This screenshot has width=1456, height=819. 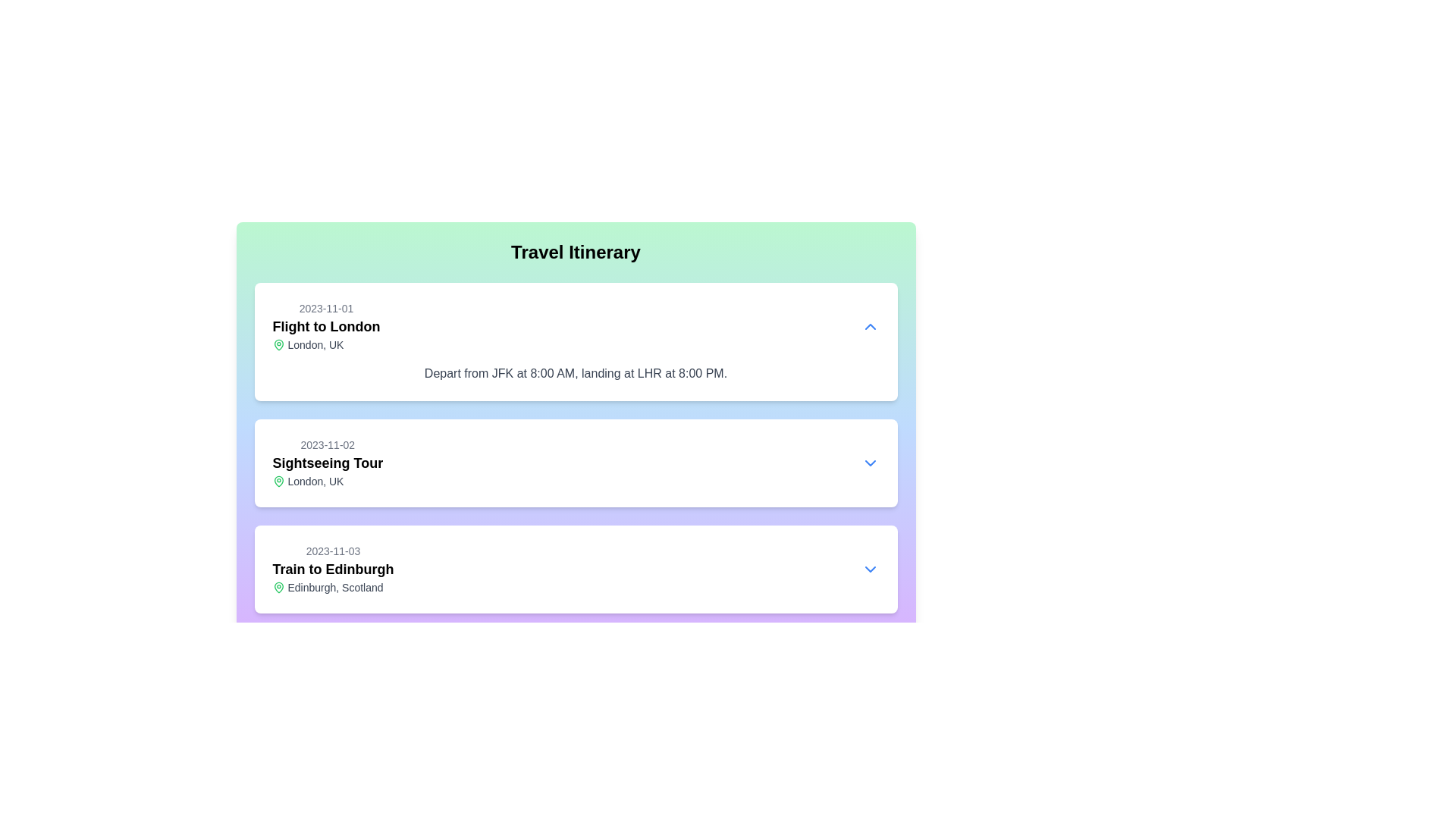 I want to click on the location map pin icon located in the second itinerary card titled 'Sightseeing Tour', next to the text 'London, UK', so click(x=278, y=482).